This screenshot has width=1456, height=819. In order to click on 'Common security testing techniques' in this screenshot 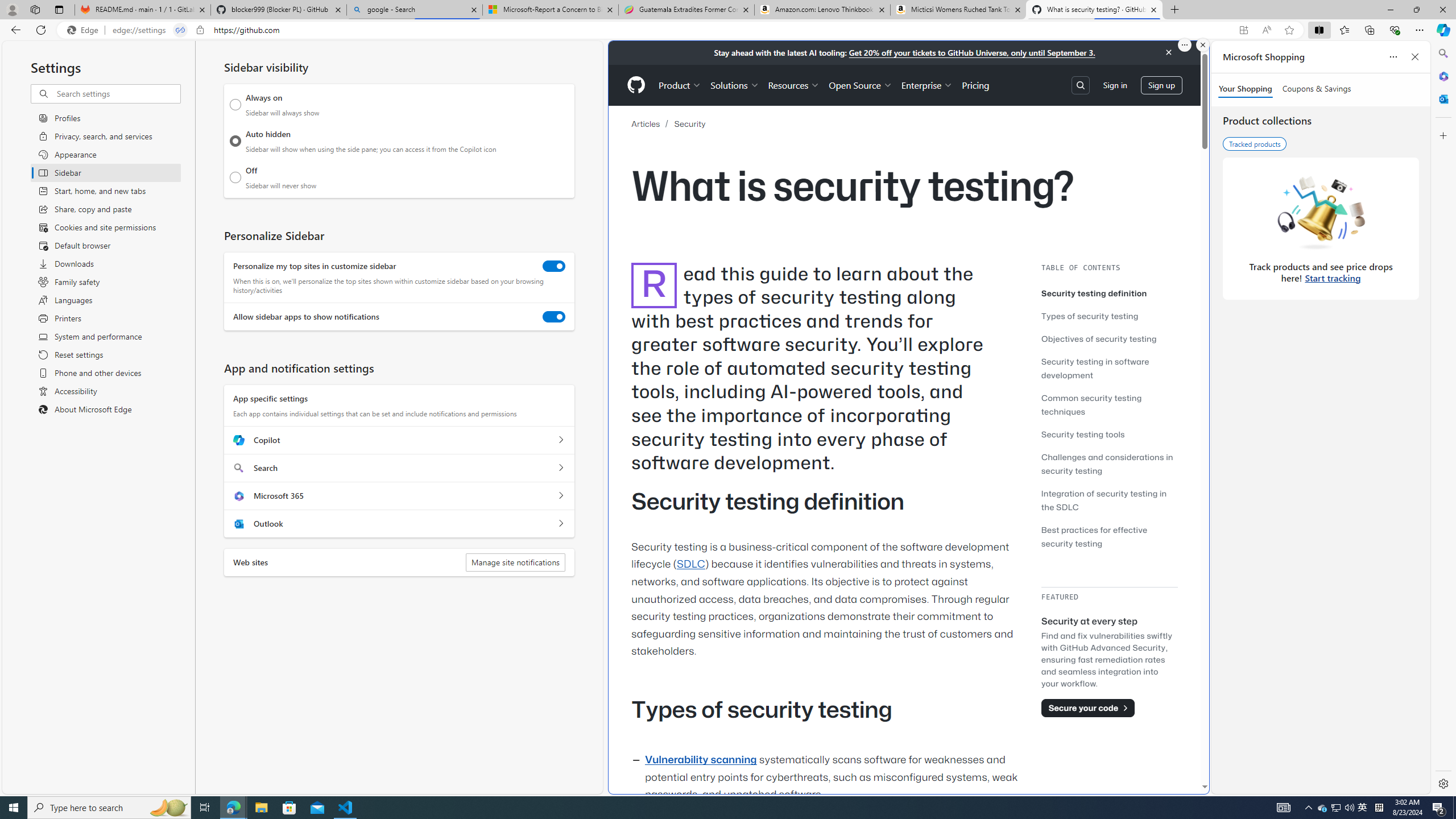, I will do `click(1090, 404)`.